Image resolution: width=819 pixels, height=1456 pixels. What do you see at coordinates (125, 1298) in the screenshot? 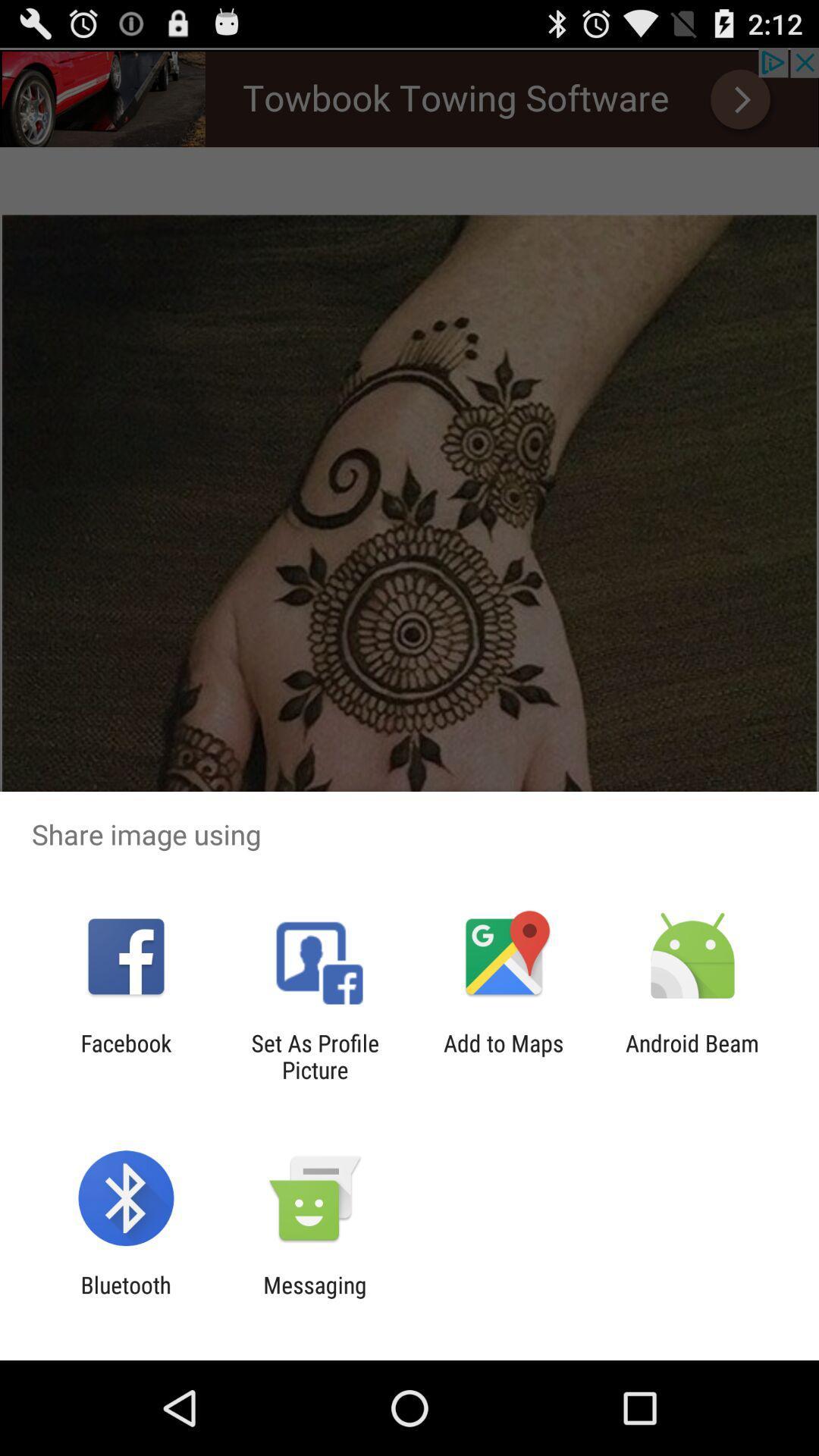
I see `bluetooth item` at bounding box center [125, 1298].